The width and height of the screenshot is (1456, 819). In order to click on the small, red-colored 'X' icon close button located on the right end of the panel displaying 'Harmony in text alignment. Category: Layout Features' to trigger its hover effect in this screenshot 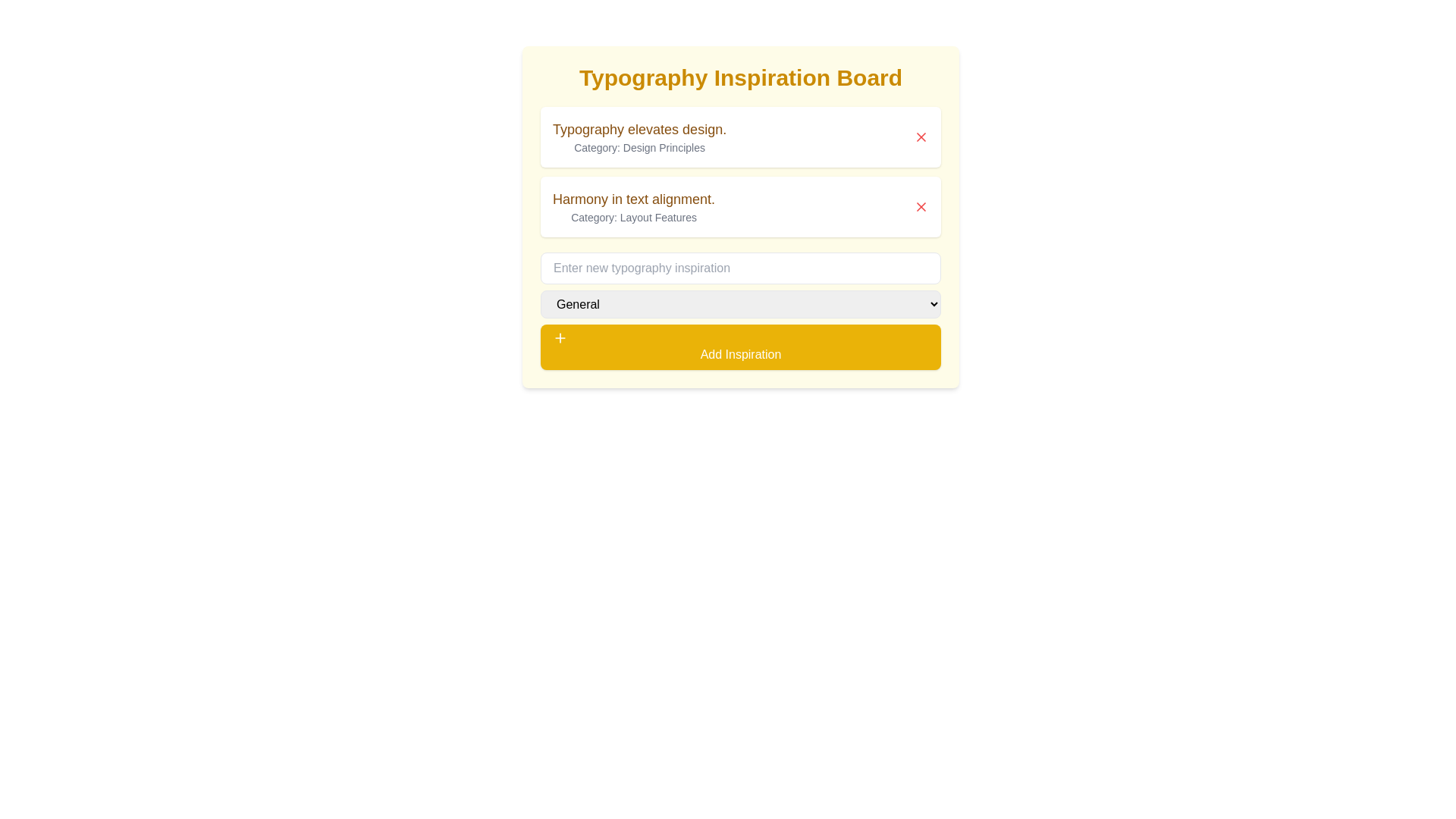, I will do `click(920, 207)`.